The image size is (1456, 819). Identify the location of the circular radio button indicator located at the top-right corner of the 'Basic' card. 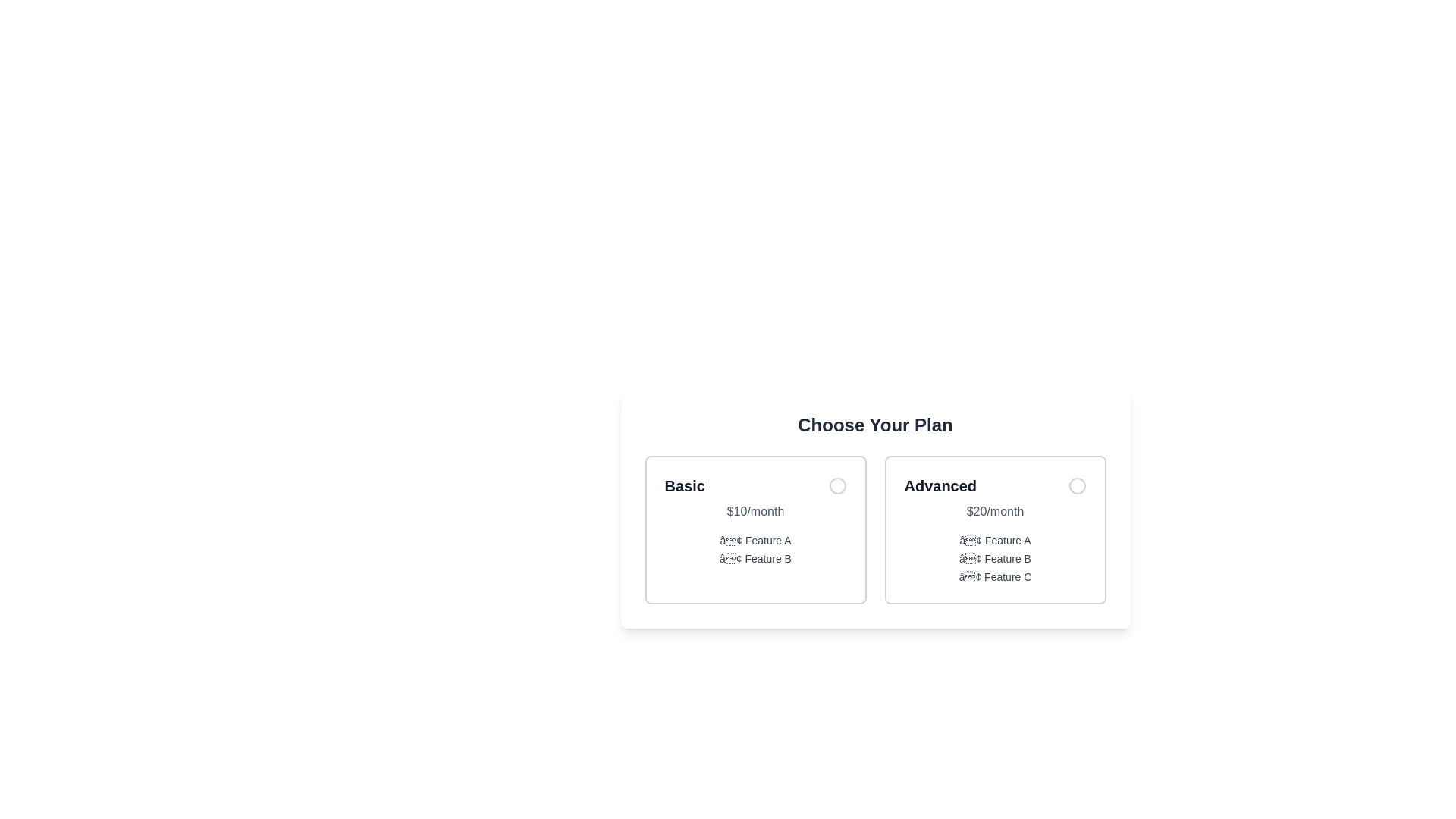
(836, 485).